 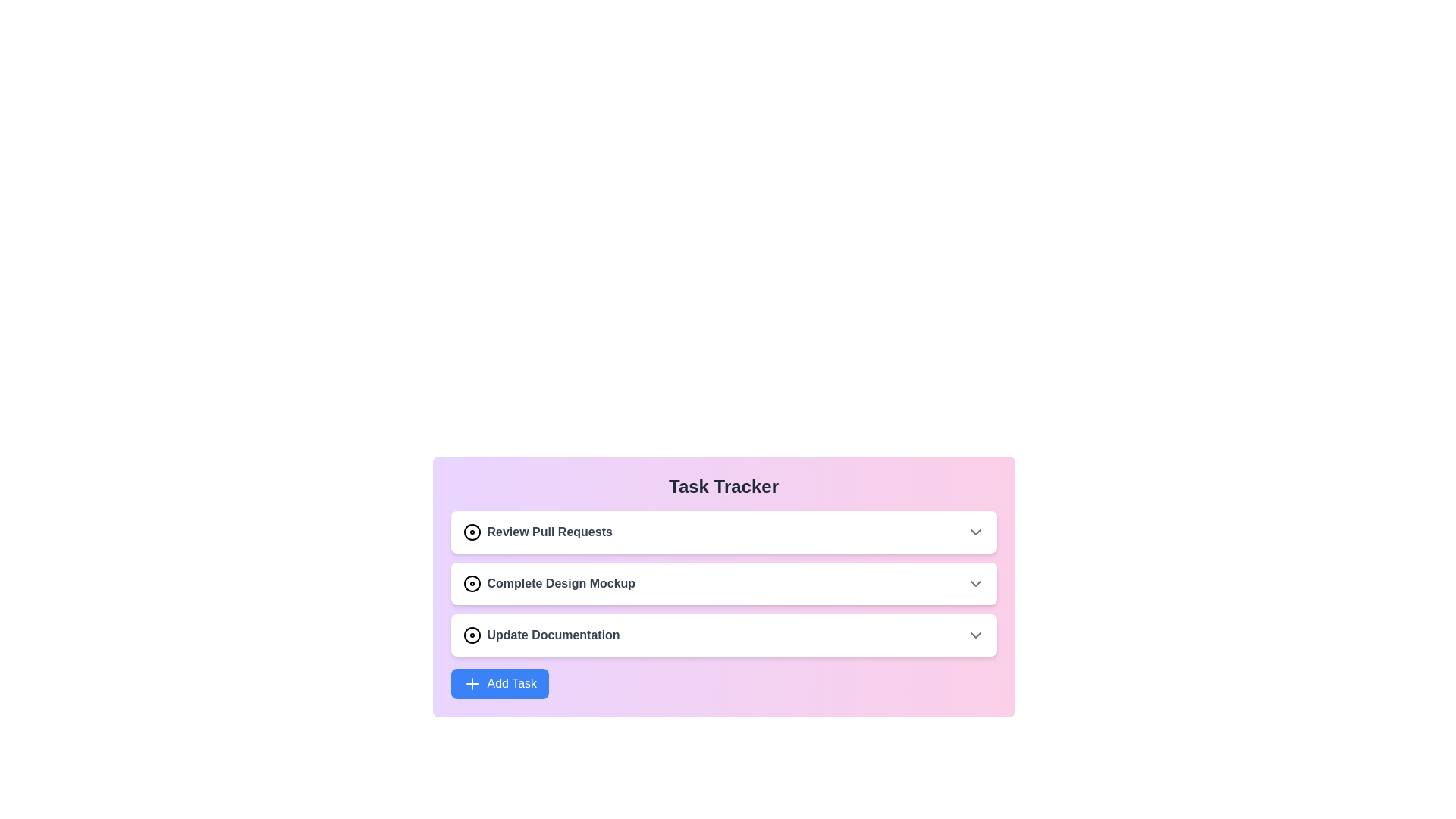 What do you see at coordinates (499, 684) in the screenshot?
I see `the 'Add Task' button to initiate the task addition process` at bounding box center [499, 684].